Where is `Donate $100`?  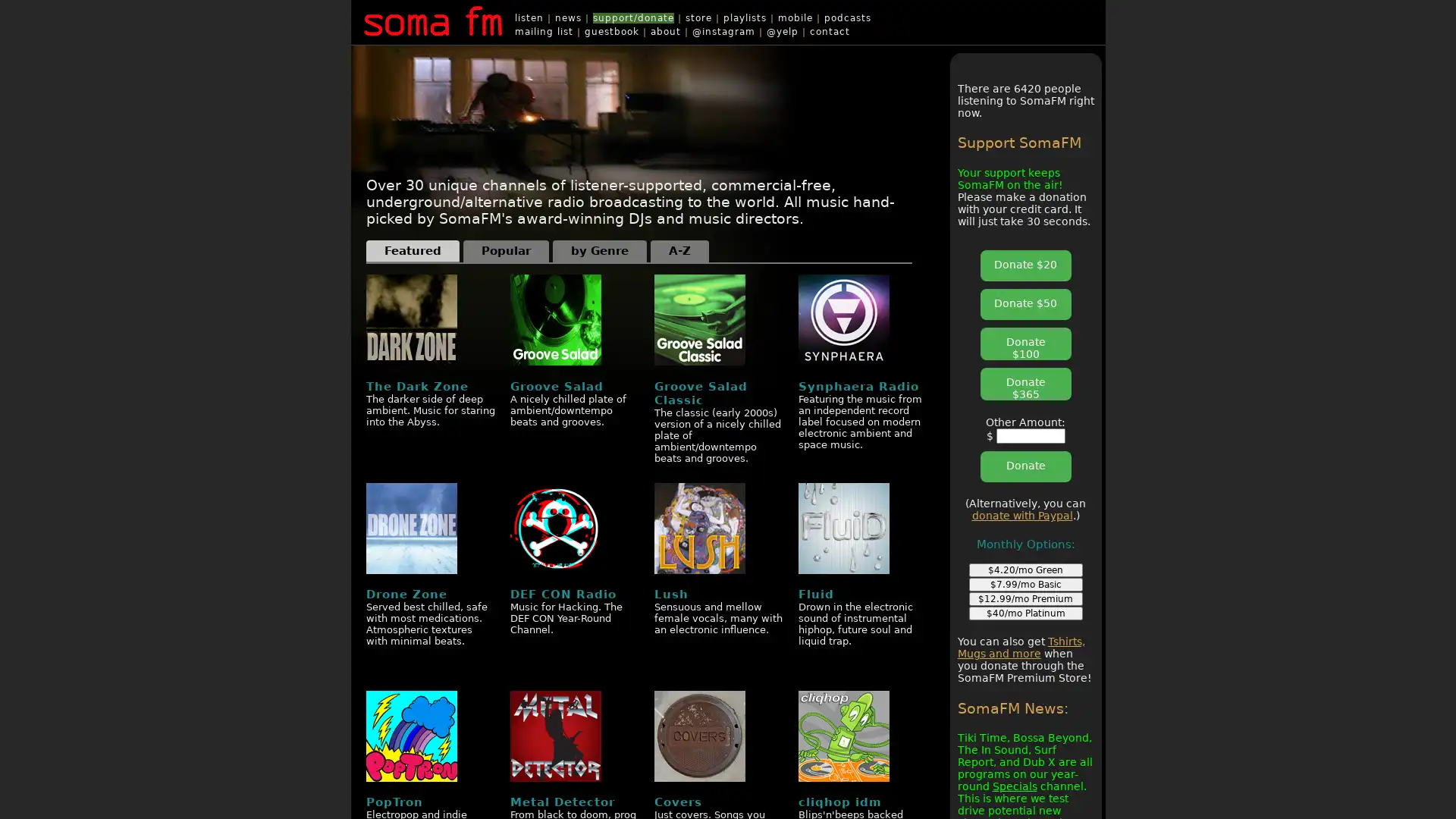 Donate $100 is located at coordinates (1025, 344).